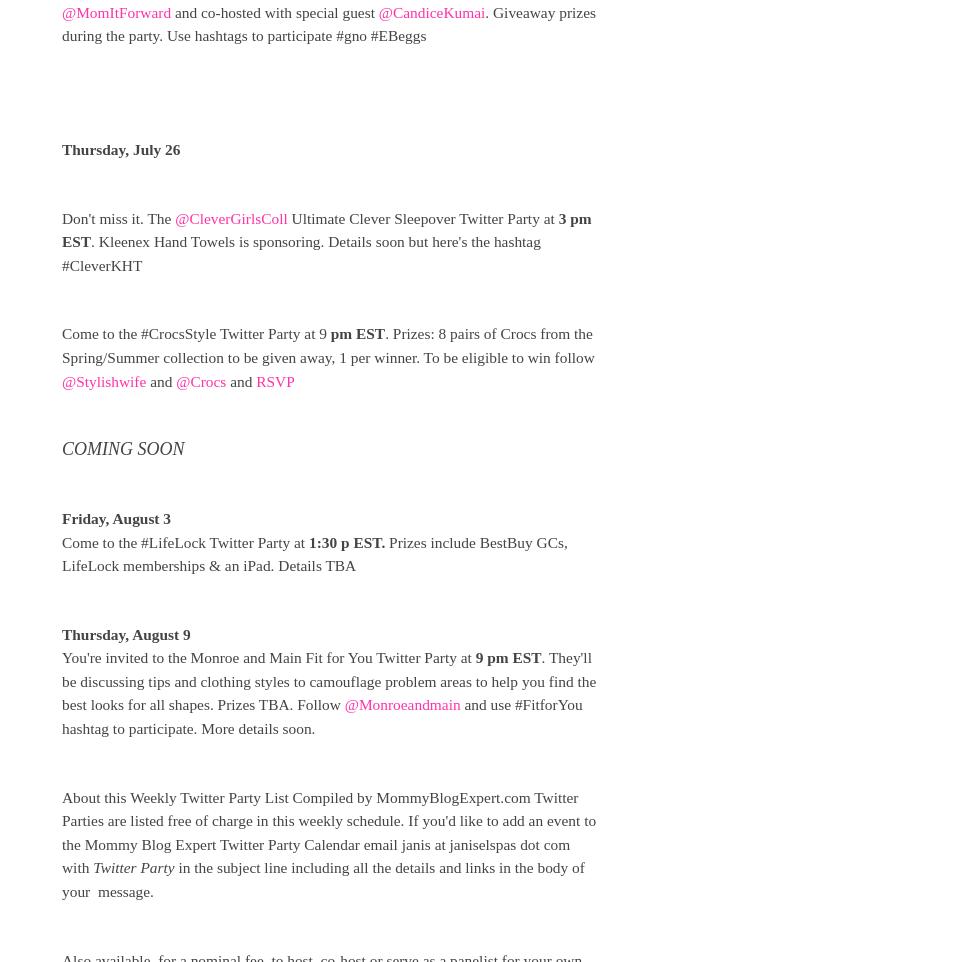  What do you see at coordinates (508, 657) in the screenshot?
I see `'9 pm EST'` at bounding box center [508, 657].